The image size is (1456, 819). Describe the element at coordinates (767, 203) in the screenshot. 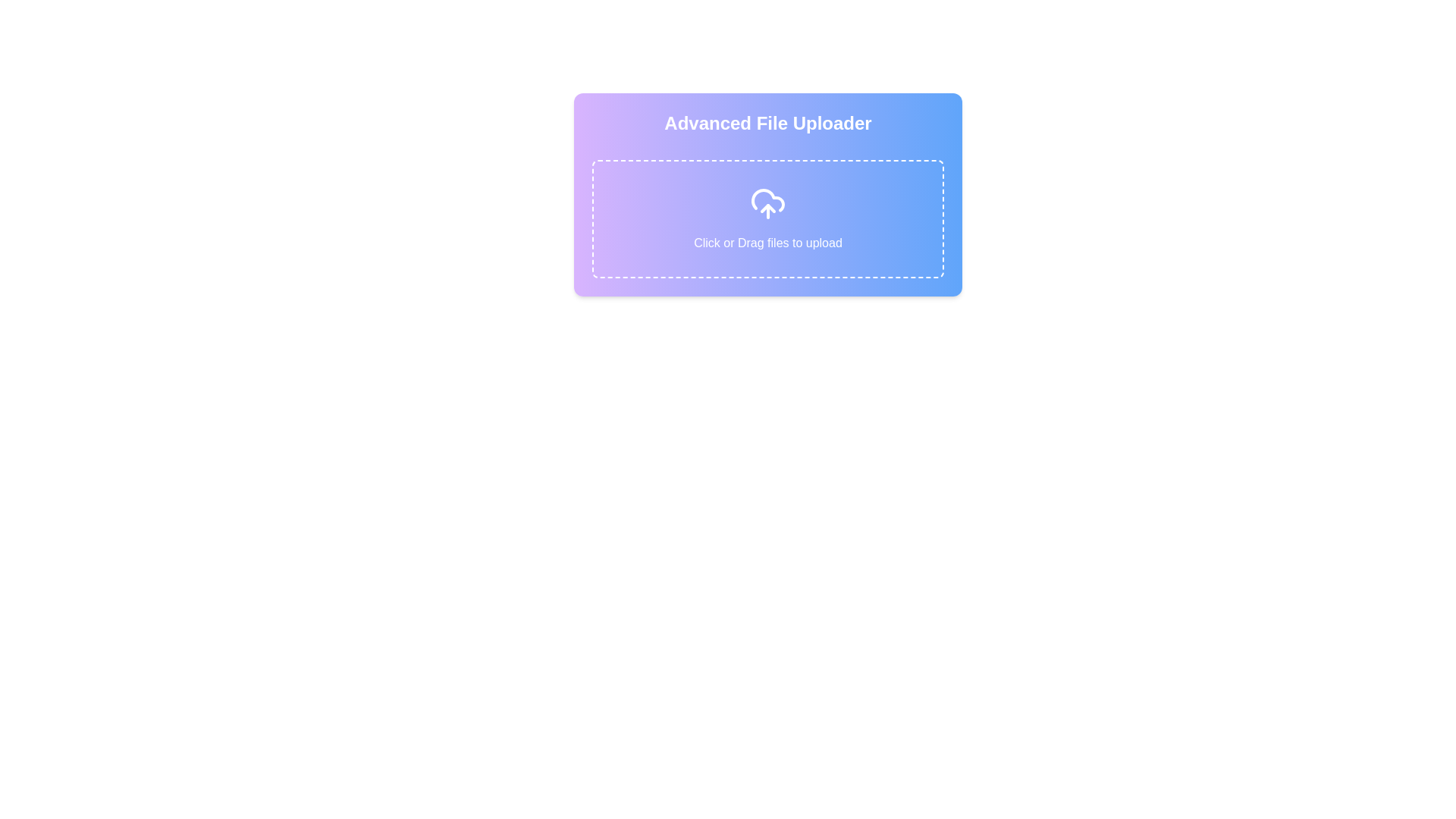

I see `the white cloud upload icon, which features a stylized cloud outline and an upward arrow, located centrally within a dashed rectangular area with a gradient blue and purple background` at that location.